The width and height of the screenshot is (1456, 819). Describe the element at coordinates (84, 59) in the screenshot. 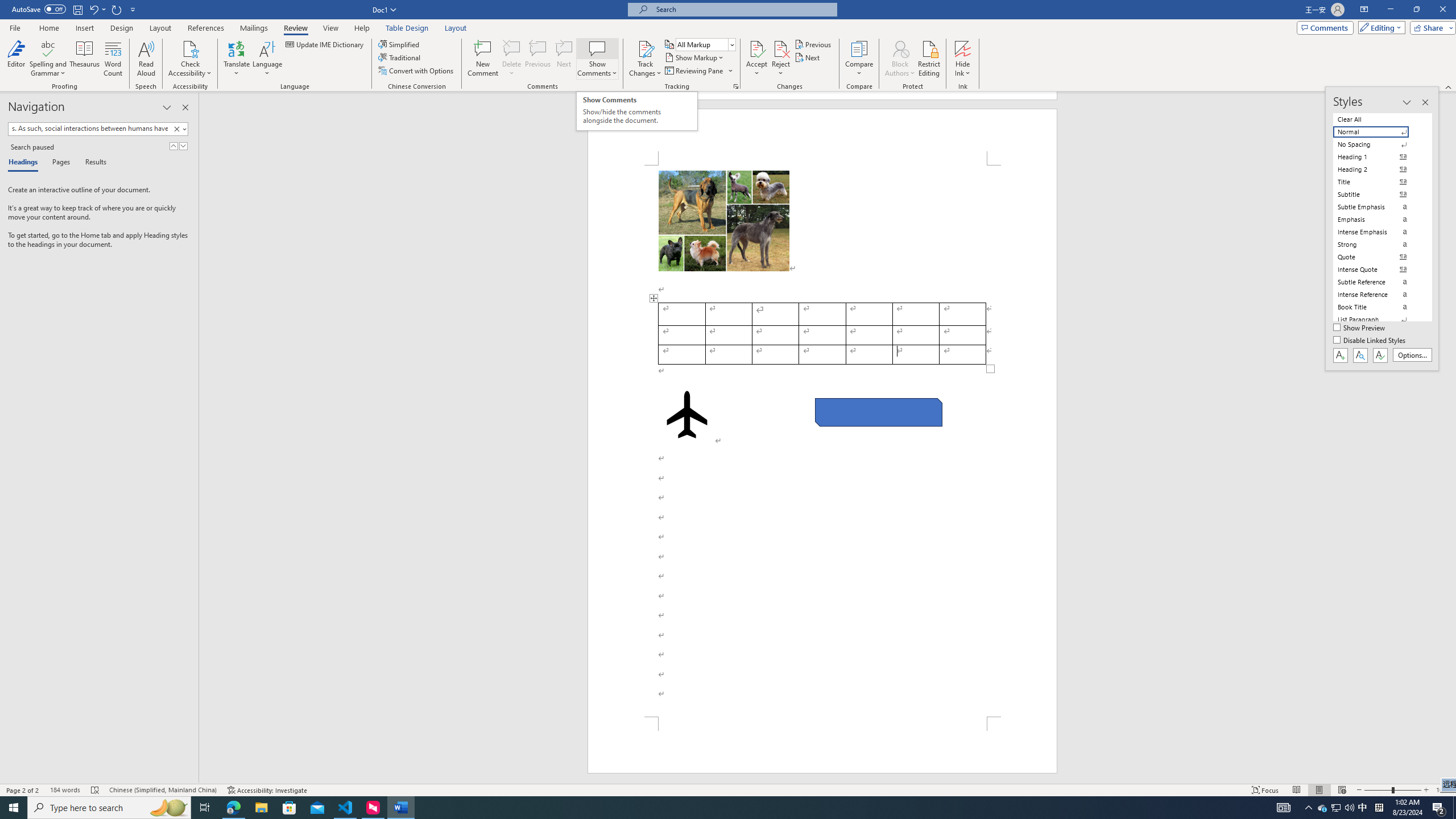

I see `'Thesaurus...'` at that location.